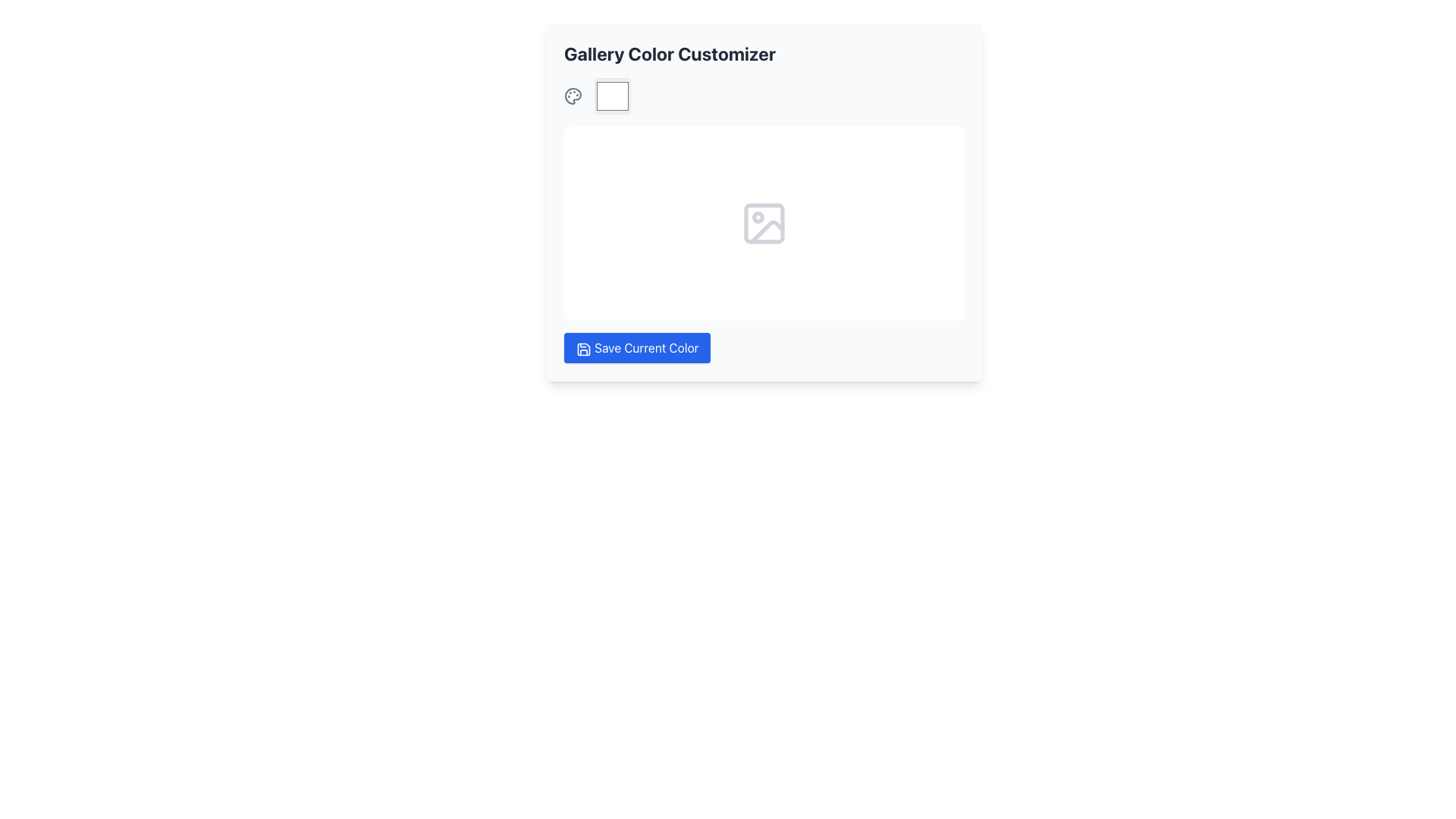 The height and width of the screenshot is (819, 1456). What do you see at coordinates (572, 96) in the screenshot?
I see `the artistic palette icon located in the 'Gallery Color Customizer' panel` at bounding box center [572, 96].